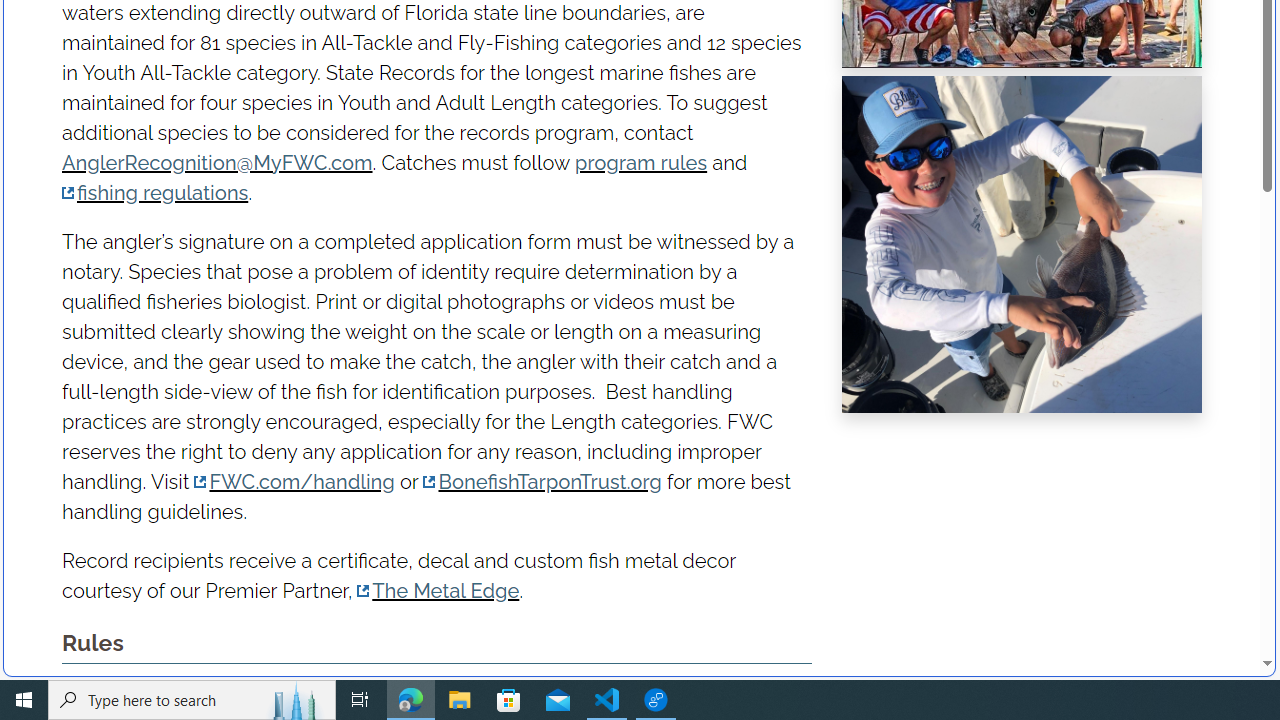 Image resolution: width=1280 pixels, height=720 pixels. What do you see at coordinates (437, 590) in the screenshot?
I see `'The Metal Edge'` at bounding box center [437, 590].